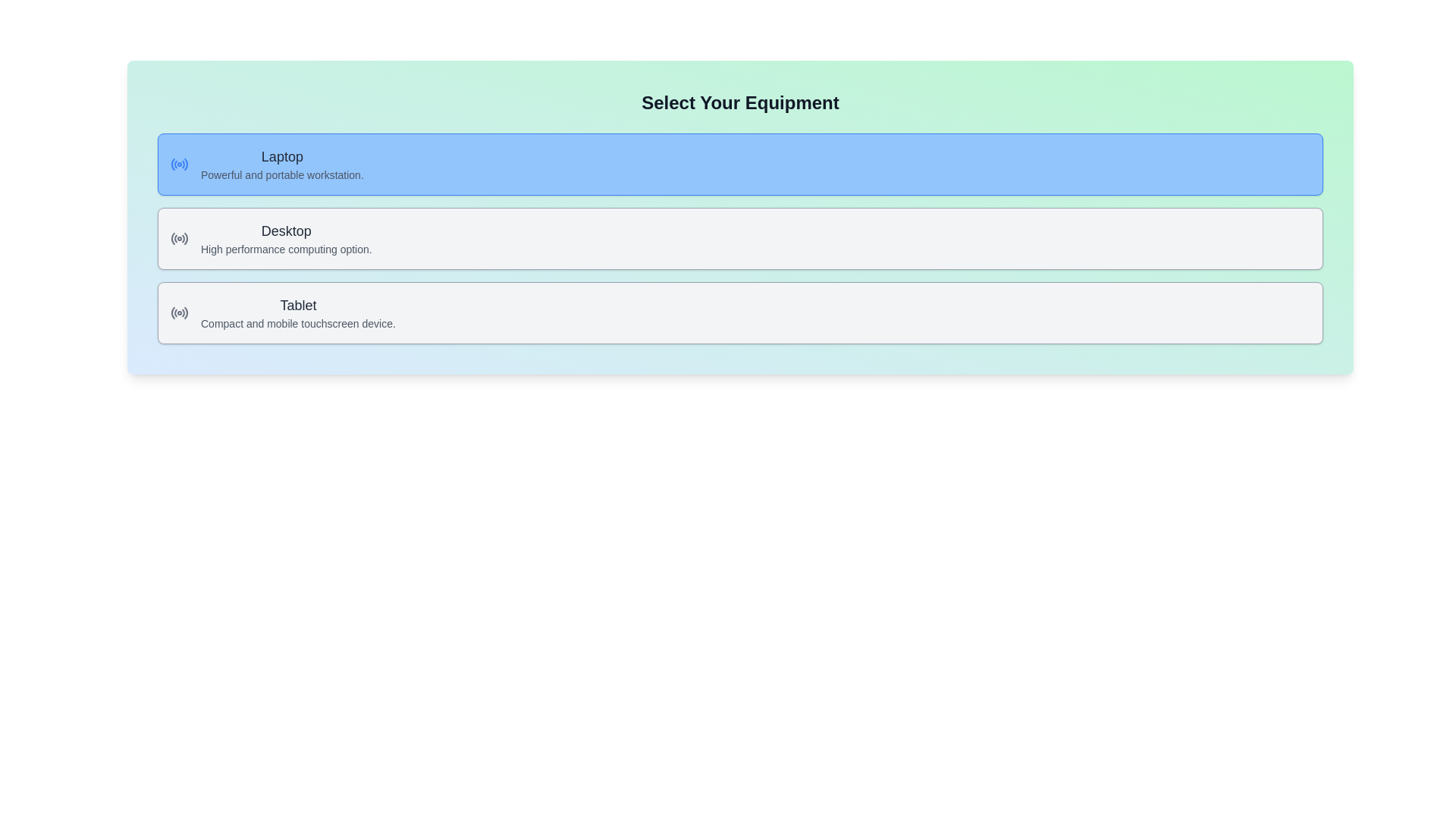 Image resolution: width=1456 pixels, height=819 pixels. Describe the element at coordinates (740, 102) in the screenshot. I see `heading text located at the top center of the section, which serves as a title for the options below` at that location.